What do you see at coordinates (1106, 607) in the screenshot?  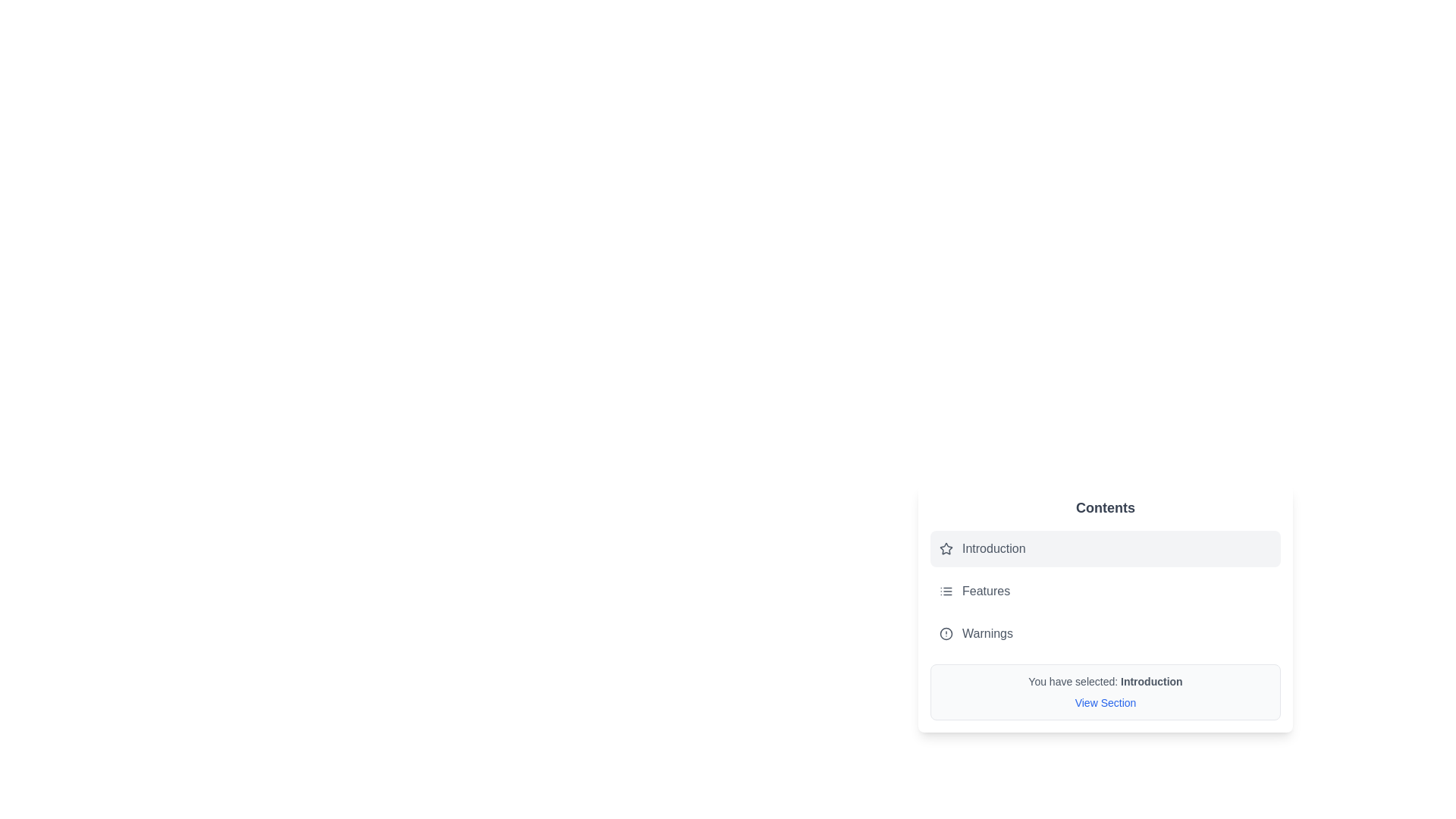 I see `an option within the composite UI component for navigation, which includes sections like 'Introduction', 'Features', and 'Warnings'` at bounding box center [1106, 607].